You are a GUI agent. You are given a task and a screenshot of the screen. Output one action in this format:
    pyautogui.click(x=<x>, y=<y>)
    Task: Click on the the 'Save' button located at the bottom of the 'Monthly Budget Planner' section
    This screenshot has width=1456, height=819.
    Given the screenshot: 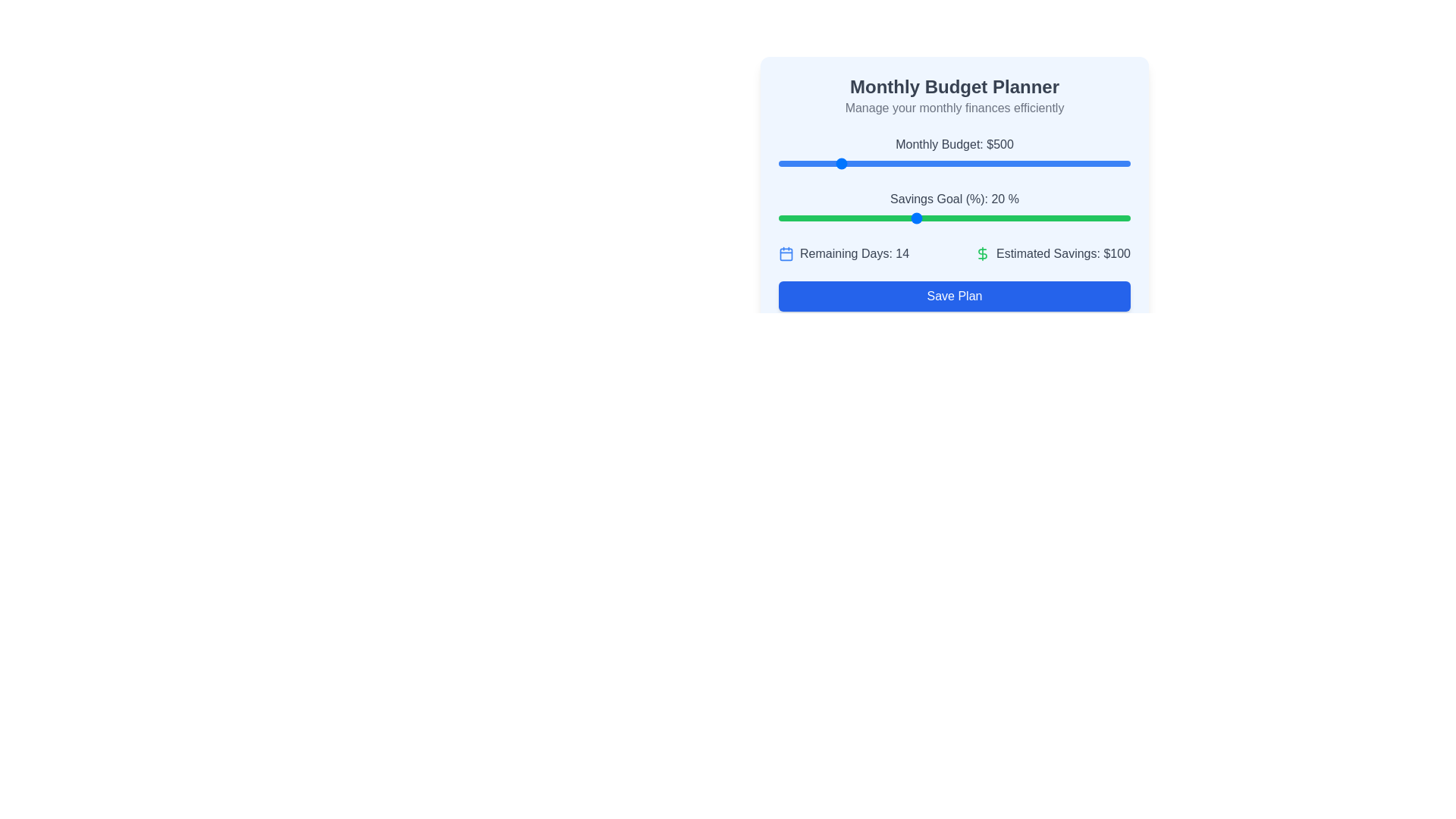 What is the action you would take?
    pyautogui.click(x=953, y=296)
    